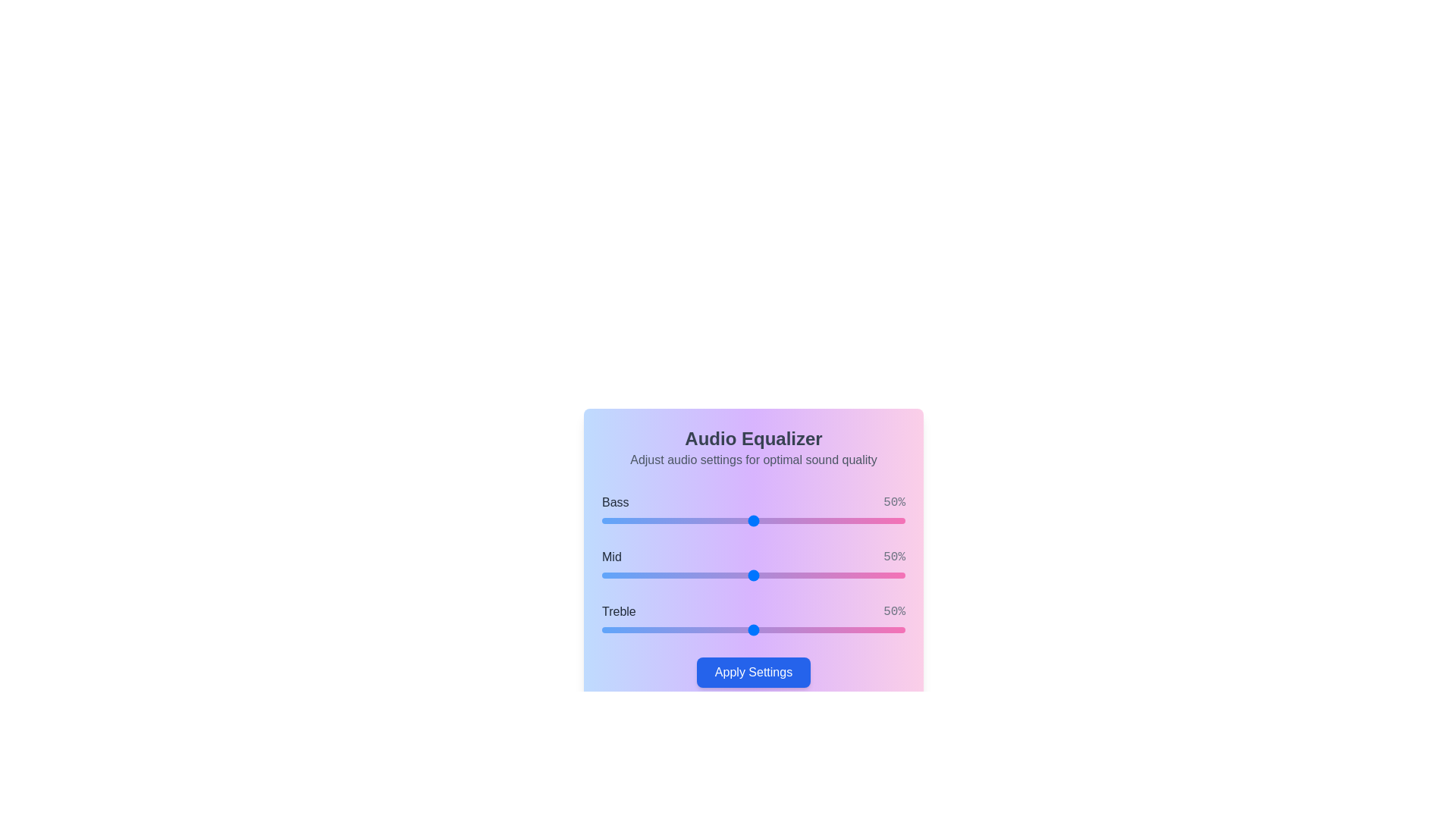 Image resolution: width=1456 pixels, height=819 pixels. What do you see at coordinates (654, 519) in the screenshot?
I see `the 0 slider to 17%` at bounding box center [654, 519].